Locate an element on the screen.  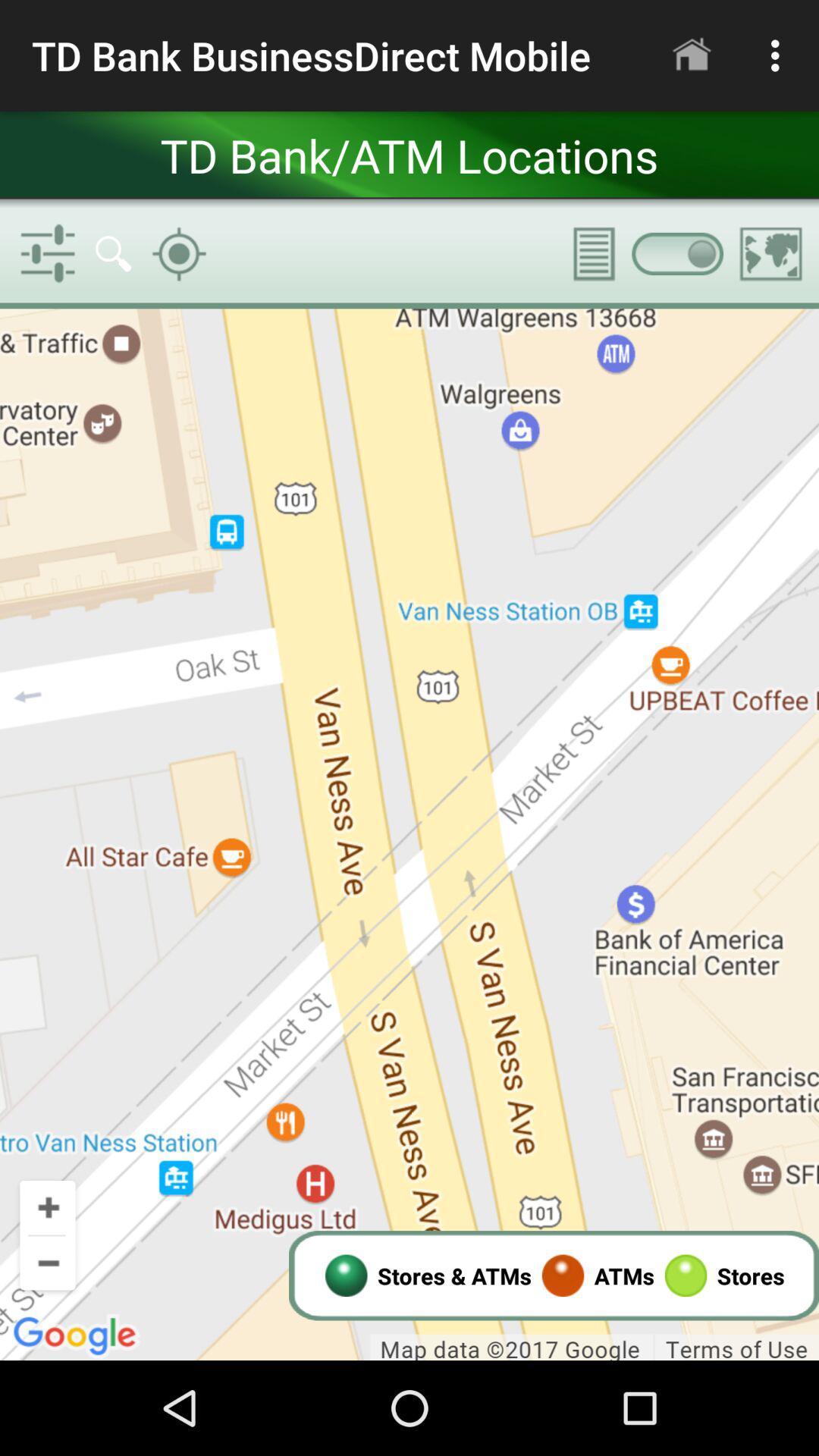
the sliders icon is located at coordinates (46, 253).